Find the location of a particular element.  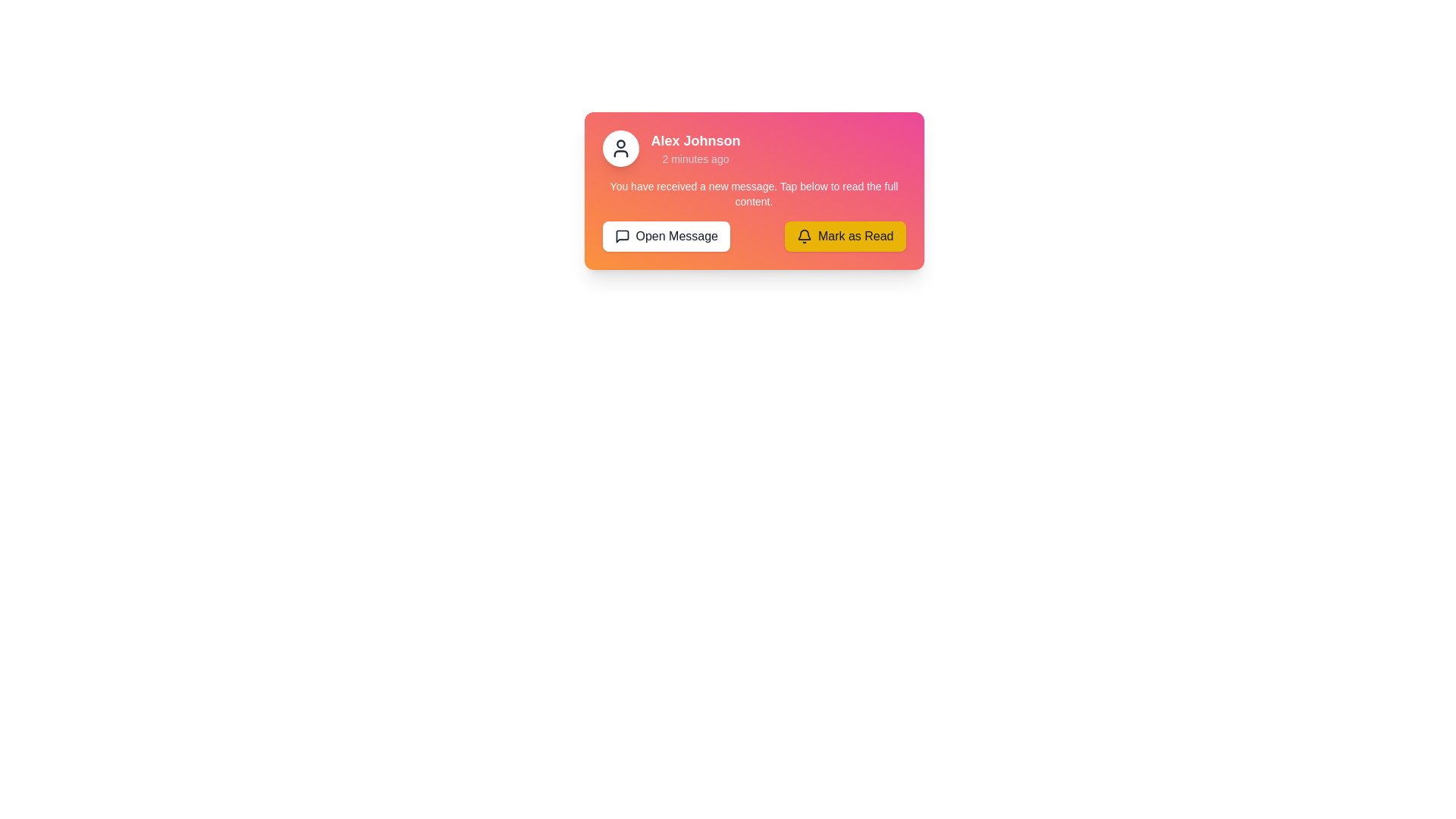

the white circular icon with a user profile pictogram, located in the top-left corner of the notification card associated with the user 'Alex Johnson' is located at coordinates (620, 149).